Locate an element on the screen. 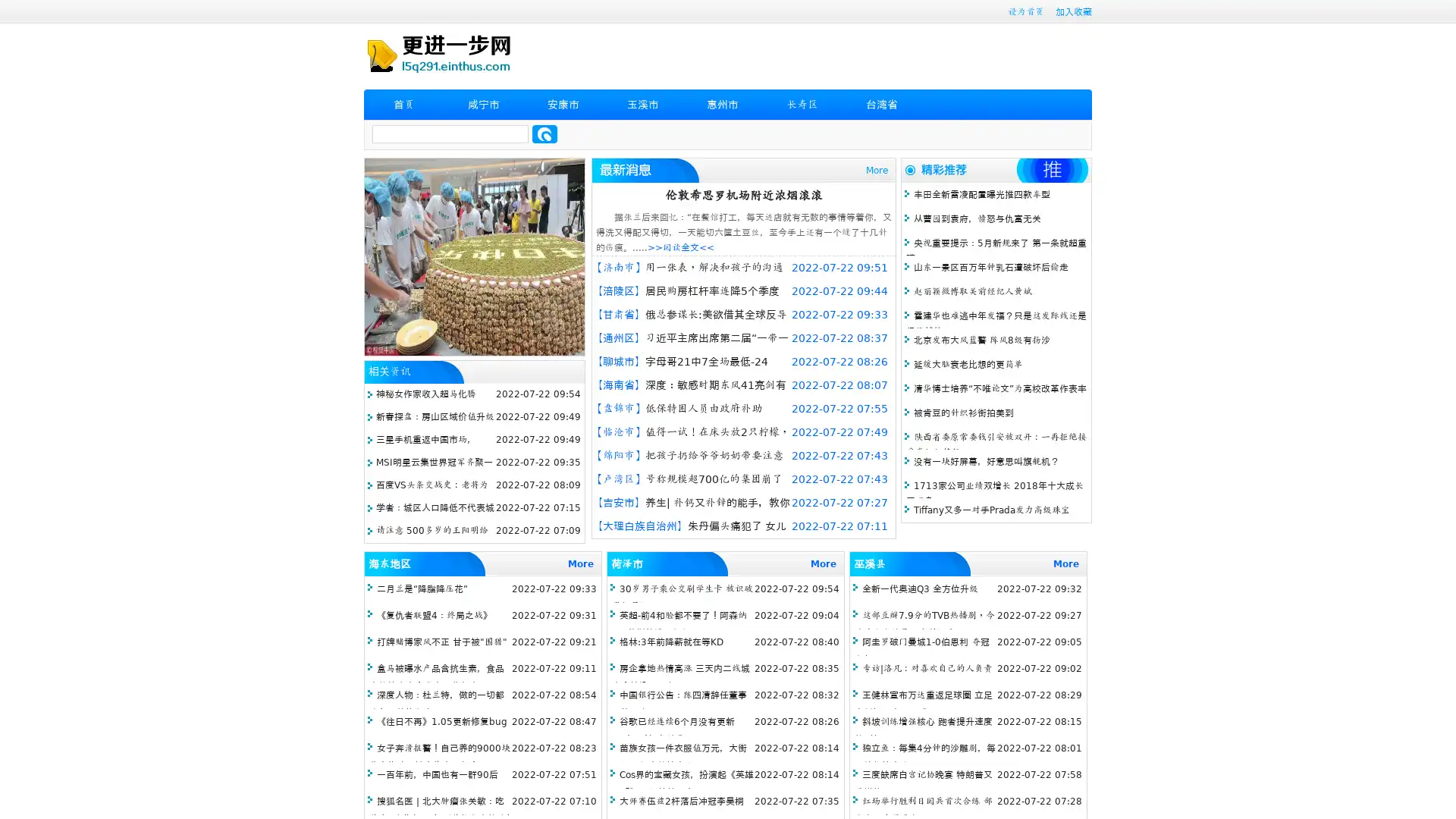  Search is located at coordinates (544, 133).